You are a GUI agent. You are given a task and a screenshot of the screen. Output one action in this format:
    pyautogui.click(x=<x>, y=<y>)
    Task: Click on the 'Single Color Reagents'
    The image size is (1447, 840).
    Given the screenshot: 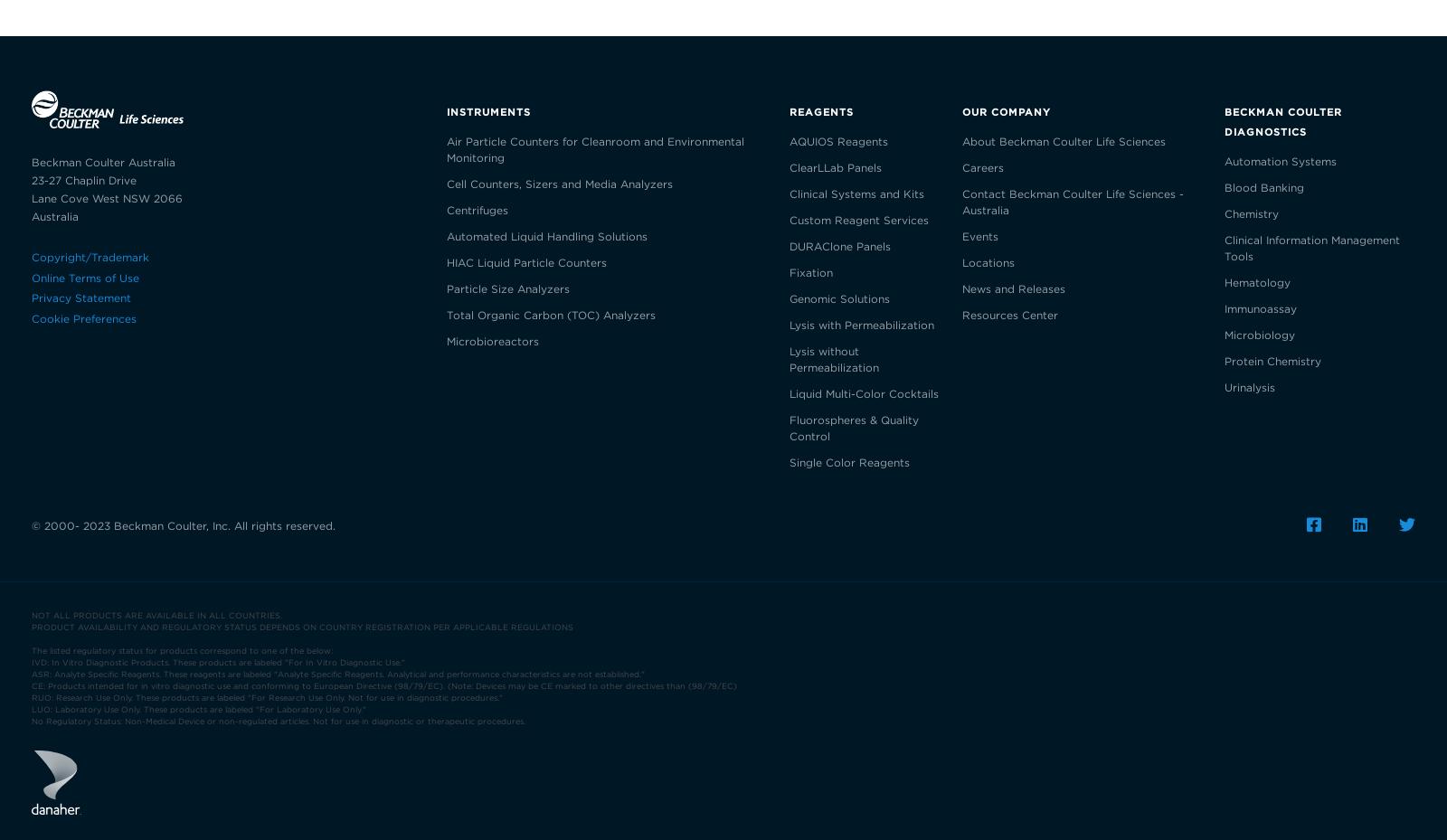 What is the action you would take?
    pyautogui.click(x=847, y=461)
    